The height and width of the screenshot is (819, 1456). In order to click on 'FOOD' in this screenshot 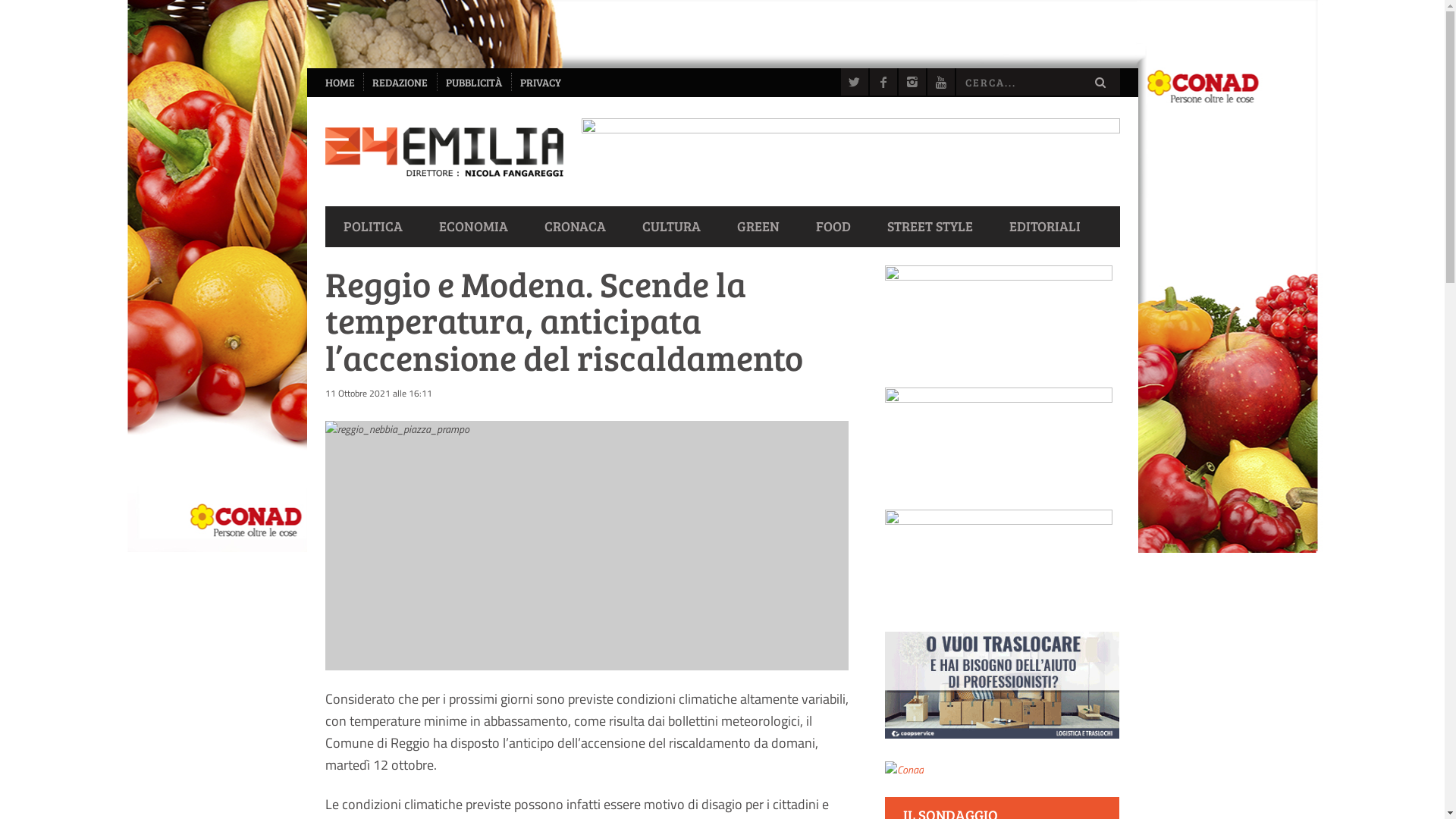, I will do `click(833, 226)`.